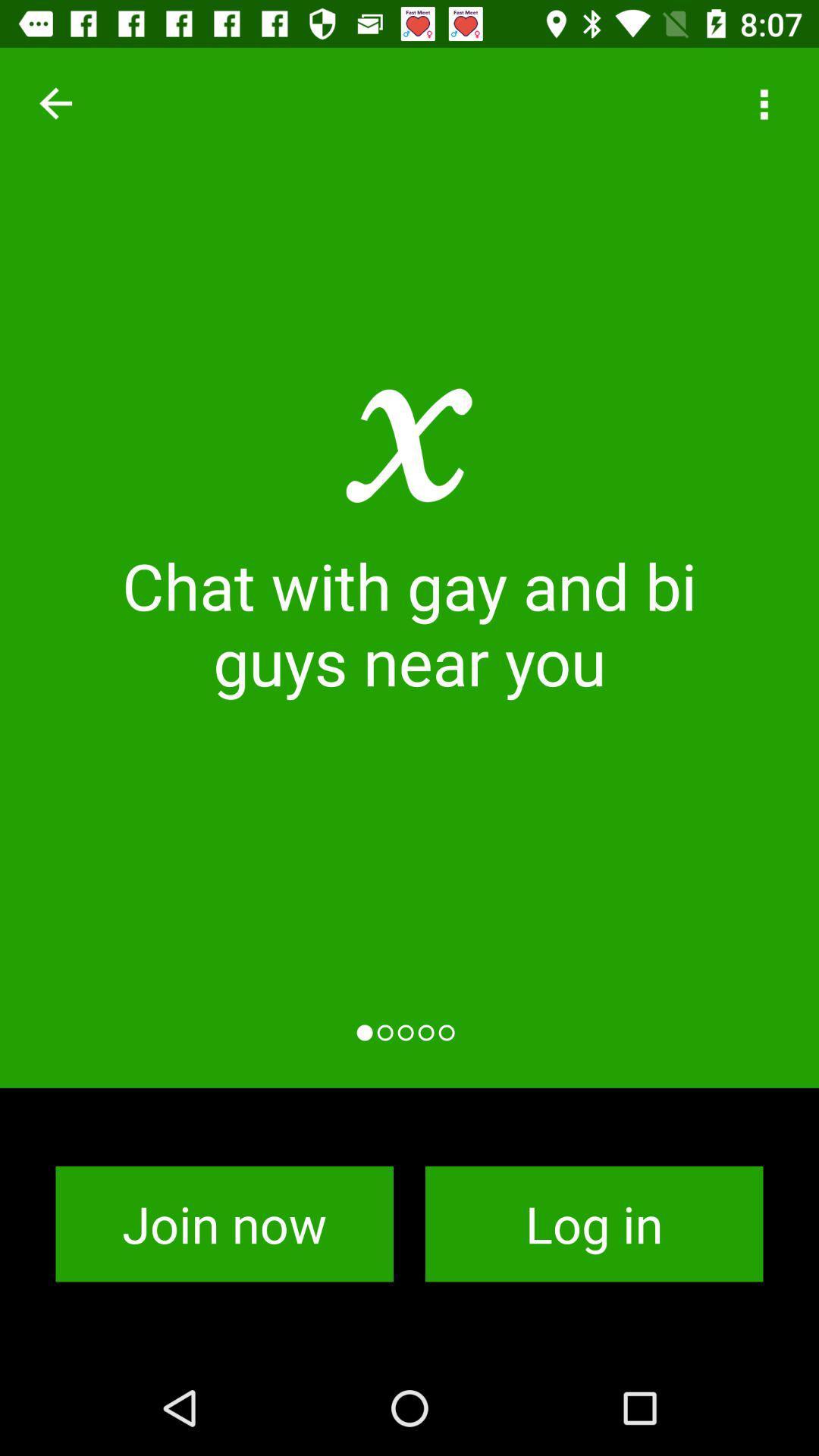 Image resolution: width=819 pixels, height=1456 pixels. I want to click on go back, so click(55, 102).